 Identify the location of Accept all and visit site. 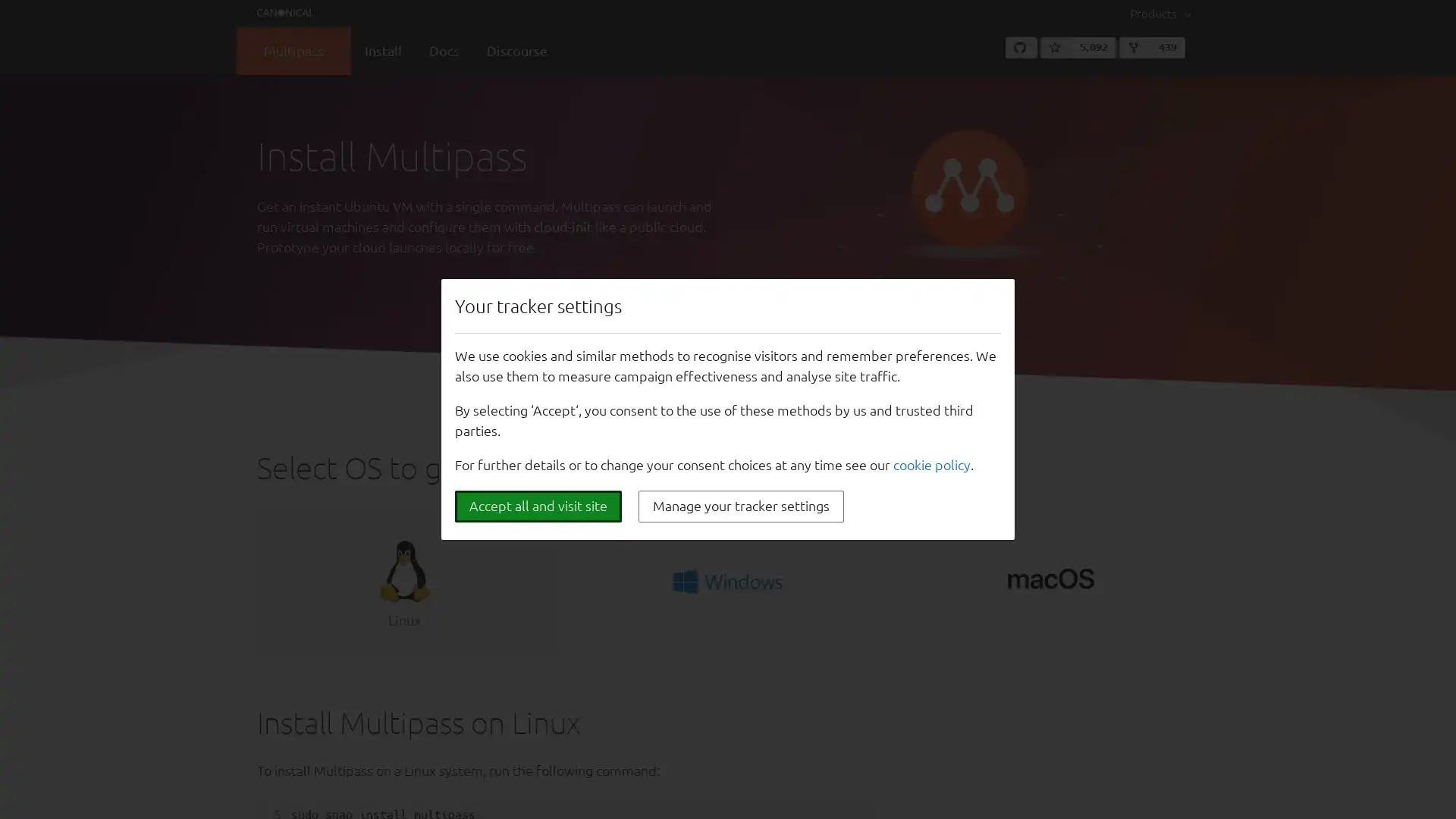
(538, 506).